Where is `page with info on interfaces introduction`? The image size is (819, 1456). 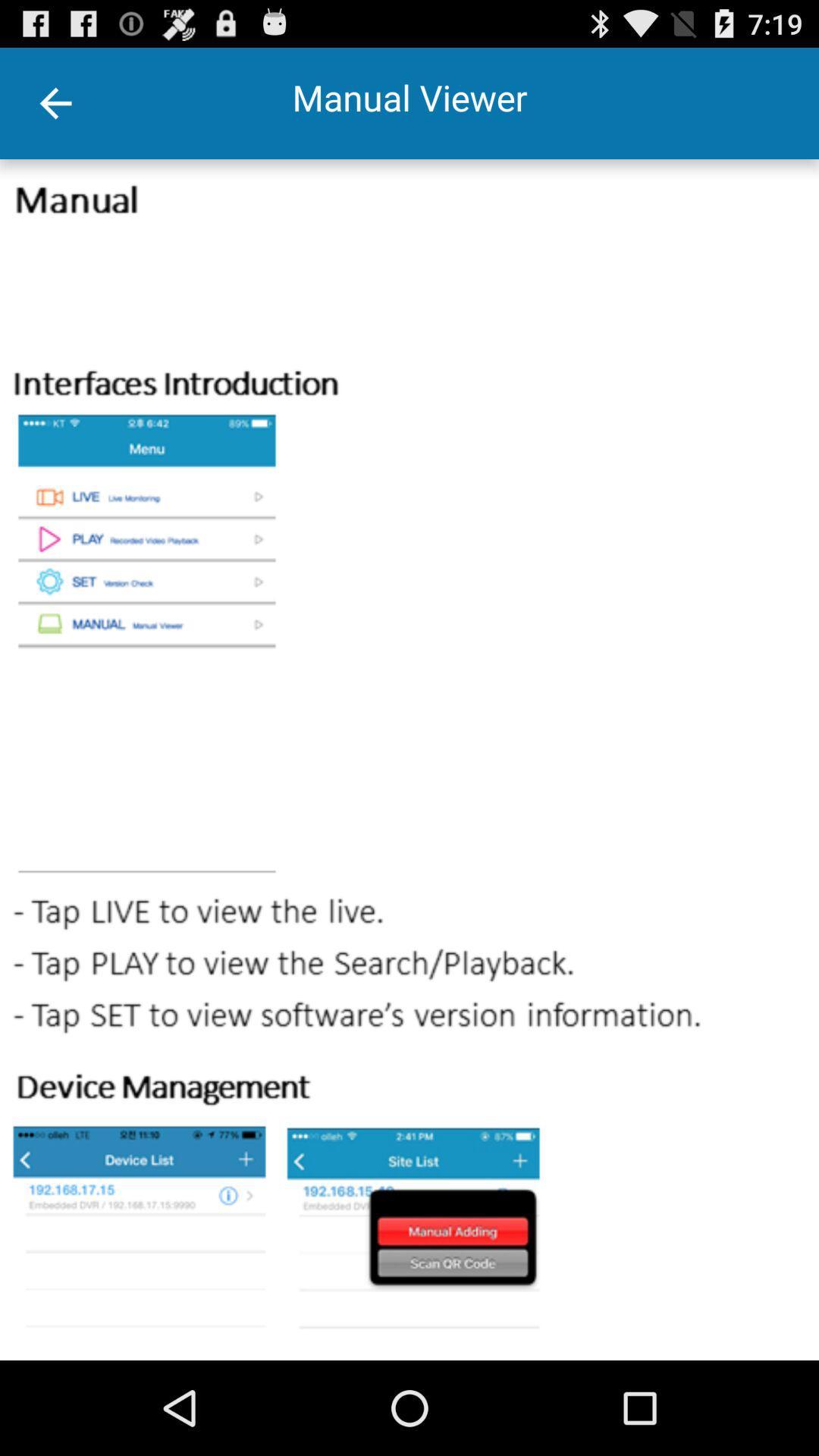 page with info on interfaces introduction is located at coordinates (409, 760).